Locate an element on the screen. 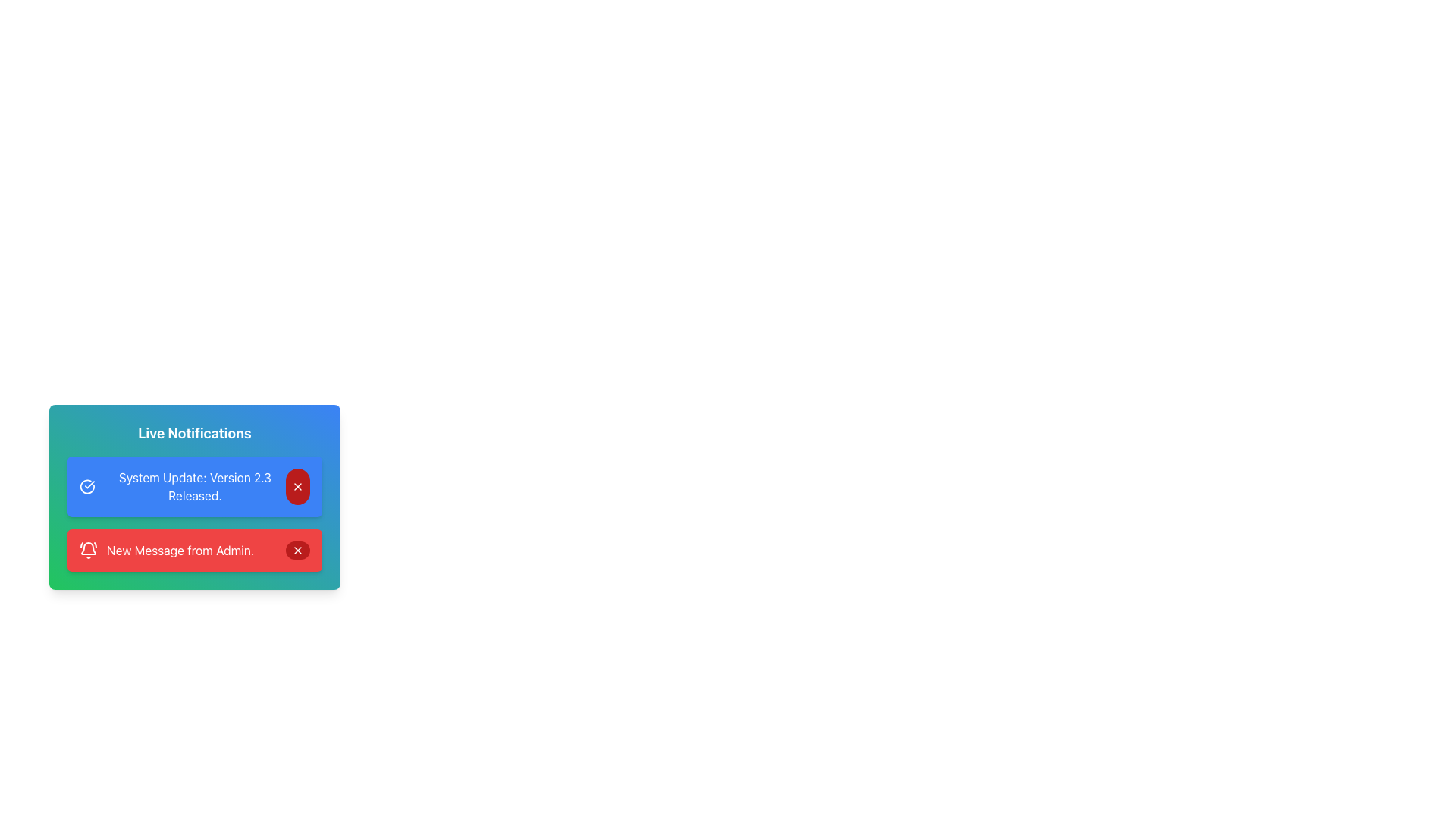 The image size is (1456, 819). the notification icon indicating a checkmark within the 'System Update: Version 2.3 Released.' notification, located near the top-left of the notification panel is located at coordinates (86, 486).